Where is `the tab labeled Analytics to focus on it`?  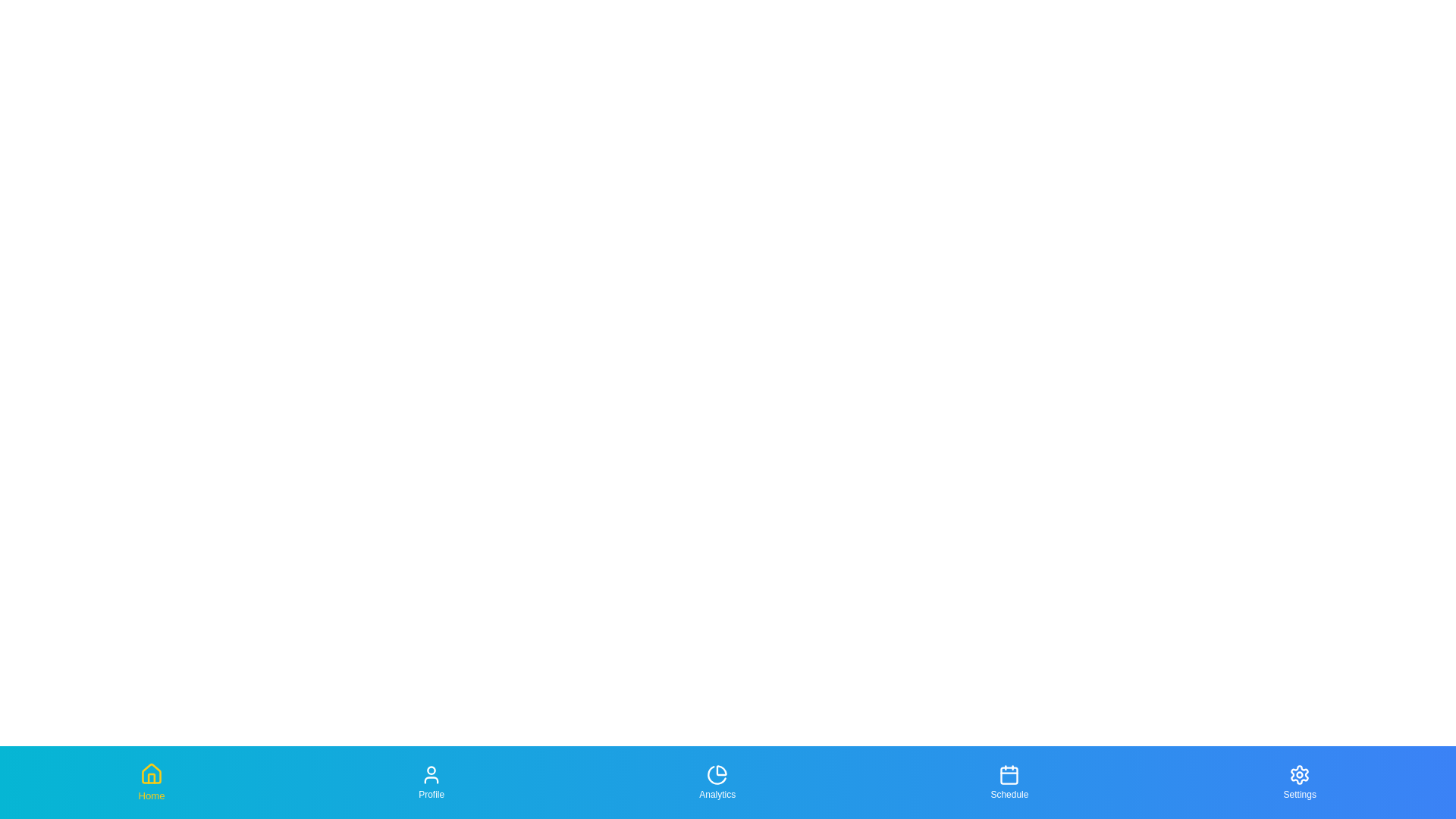 the tab labeled Analytics to focus on it is located at coordinates (716, 783).